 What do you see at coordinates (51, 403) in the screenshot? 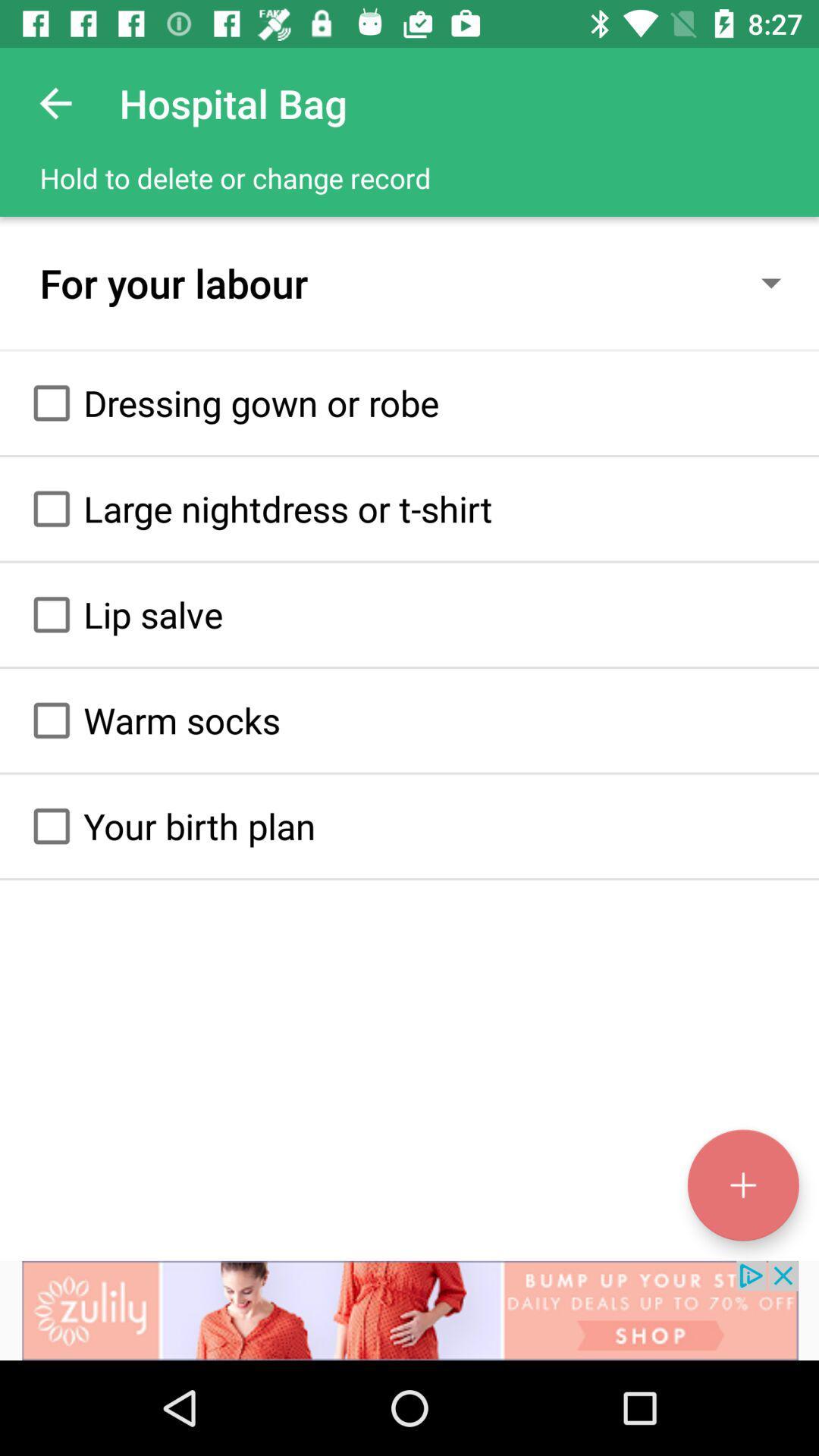
I see `option` at bounding box center [51, 403].